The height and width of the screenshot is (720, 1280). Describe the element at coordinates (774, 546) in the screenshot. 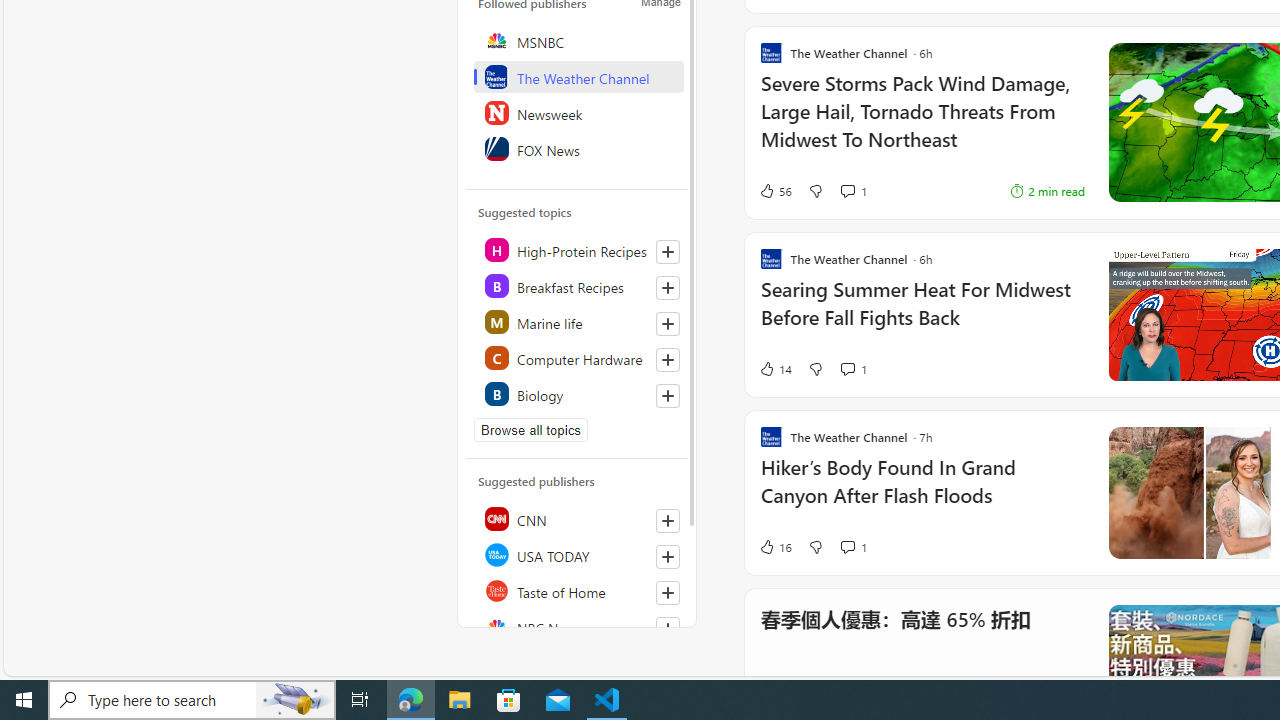

I see `'16 Like'` at that location.